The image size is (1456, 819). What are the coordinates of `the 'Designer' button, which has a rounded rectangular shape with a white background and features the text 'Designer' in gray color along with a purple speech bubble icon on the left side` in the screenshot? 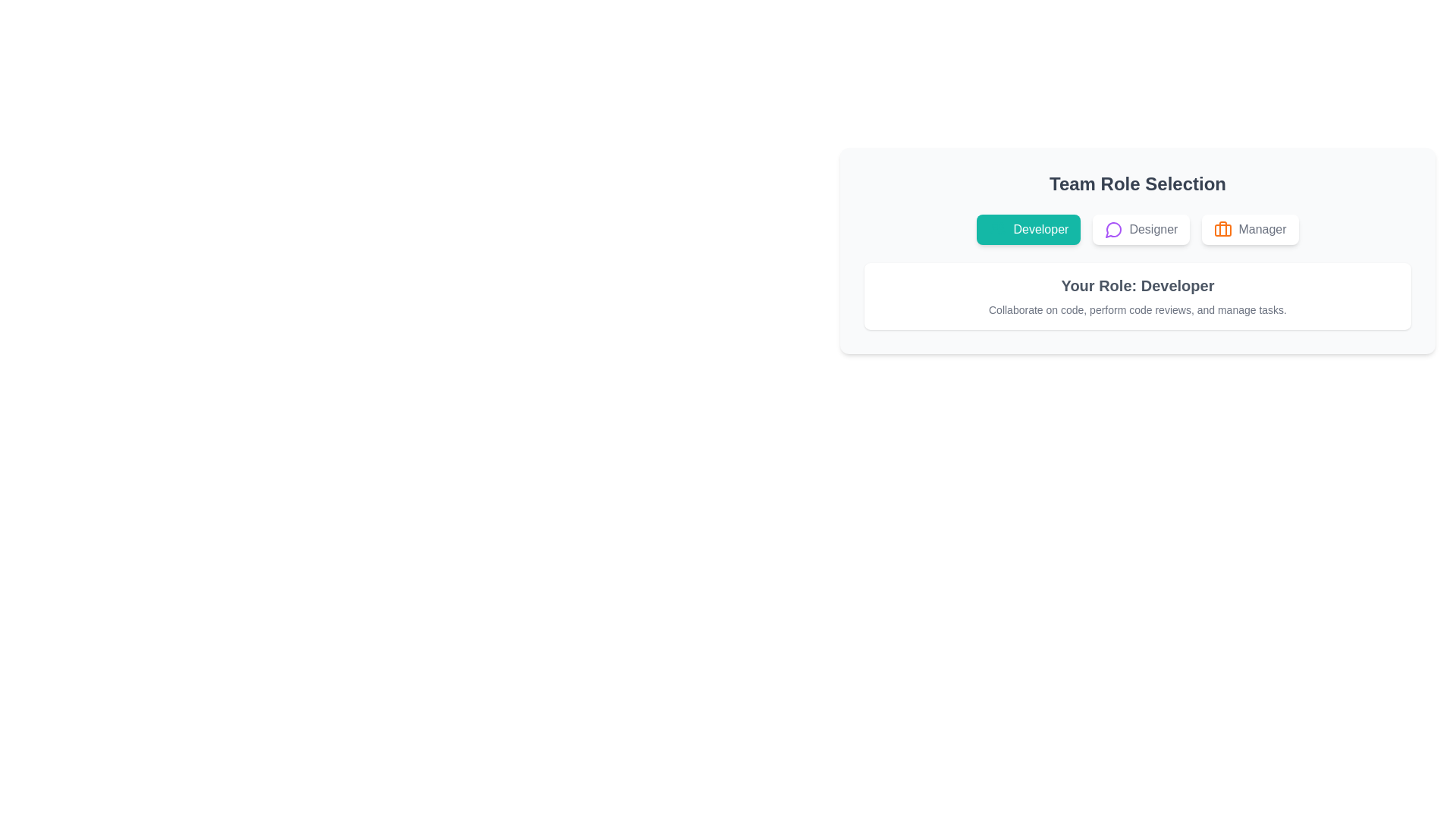 It's located at (1141, 230).